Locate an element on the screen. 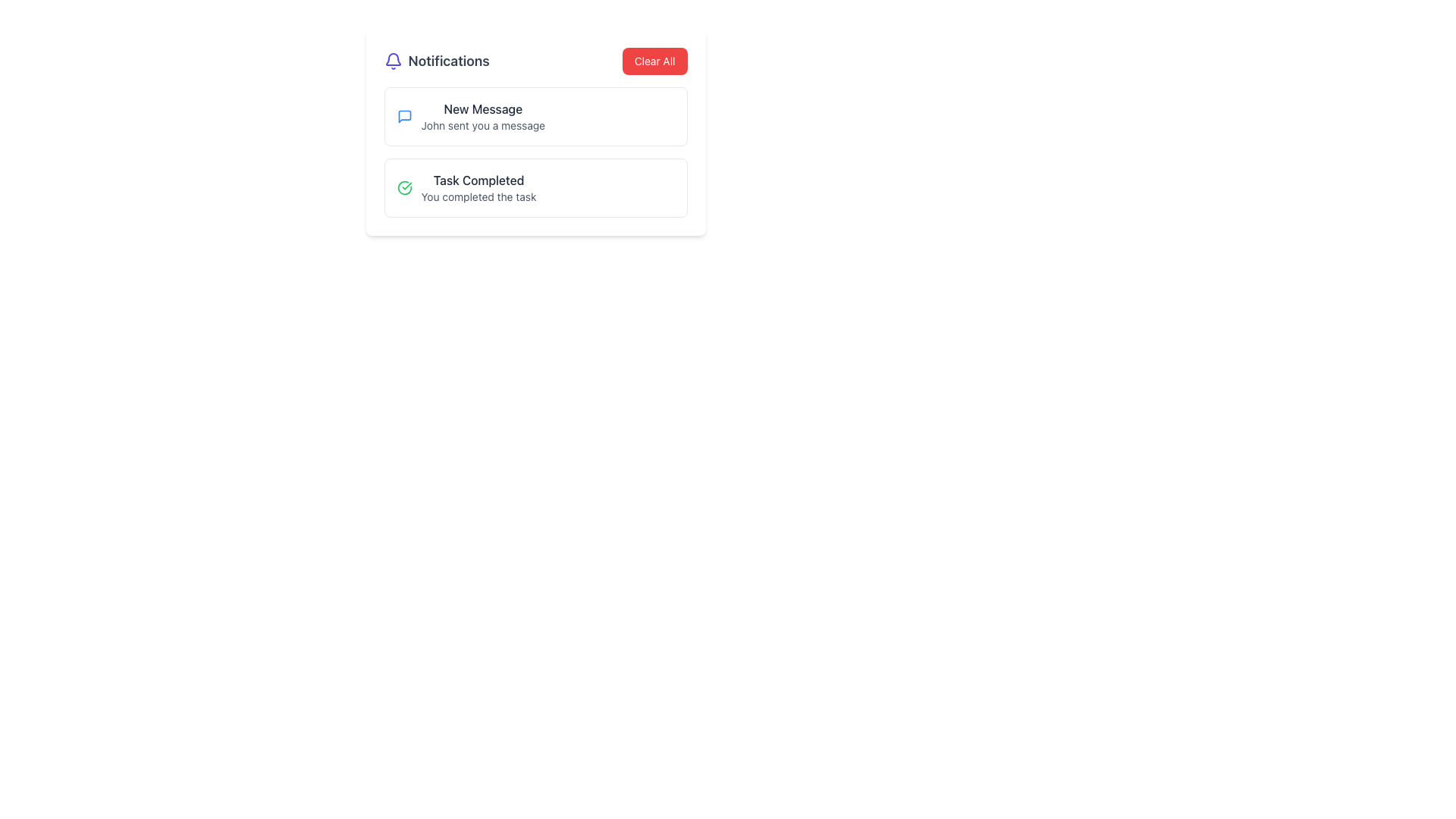  the static text element 'New Message' which is styled in gray and located at the top of the first notification item in the notifications card is located at coordinates (482, 108).